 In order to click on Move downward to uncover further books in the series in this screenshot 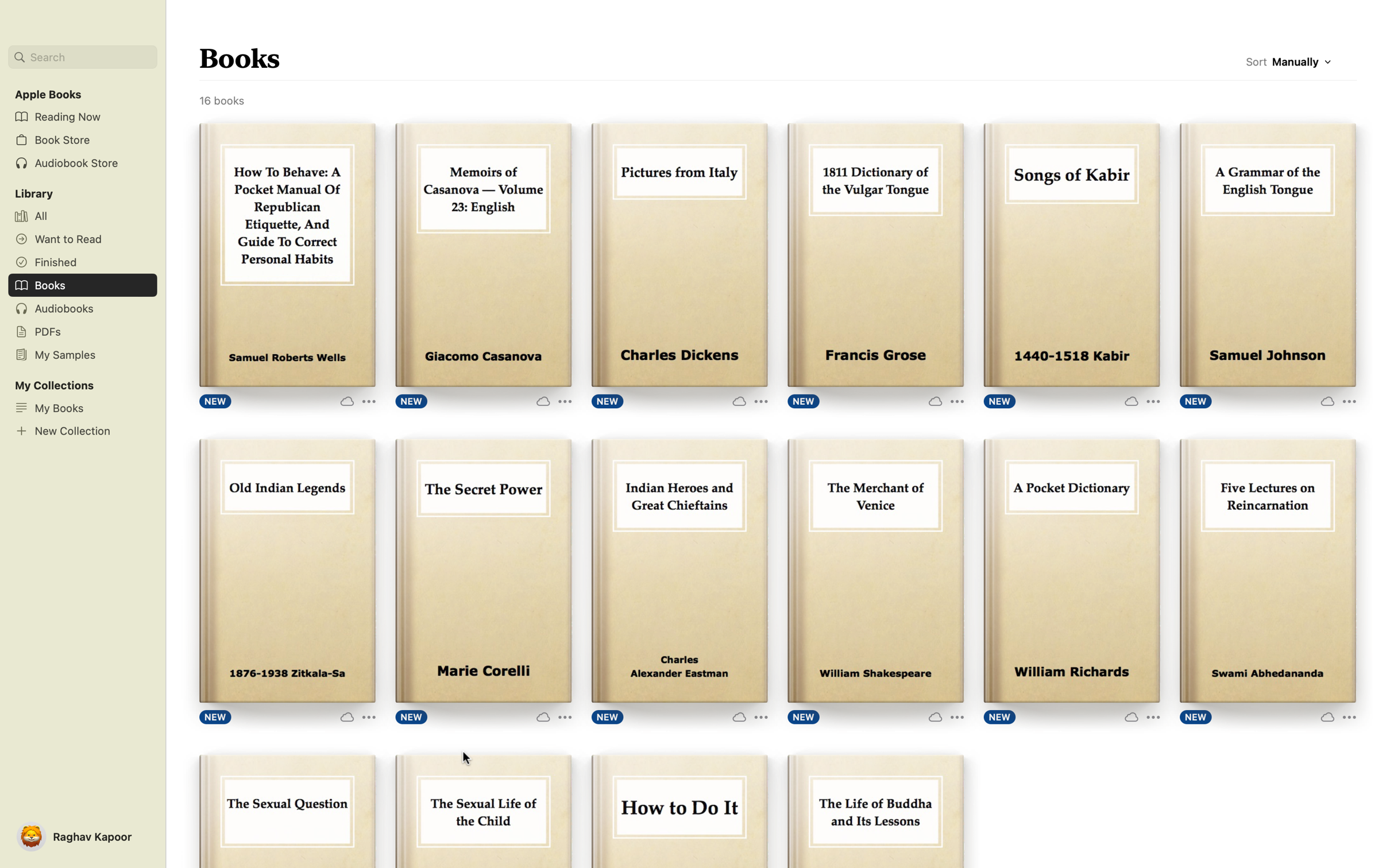, I will do `click(2617370, 993860)`.